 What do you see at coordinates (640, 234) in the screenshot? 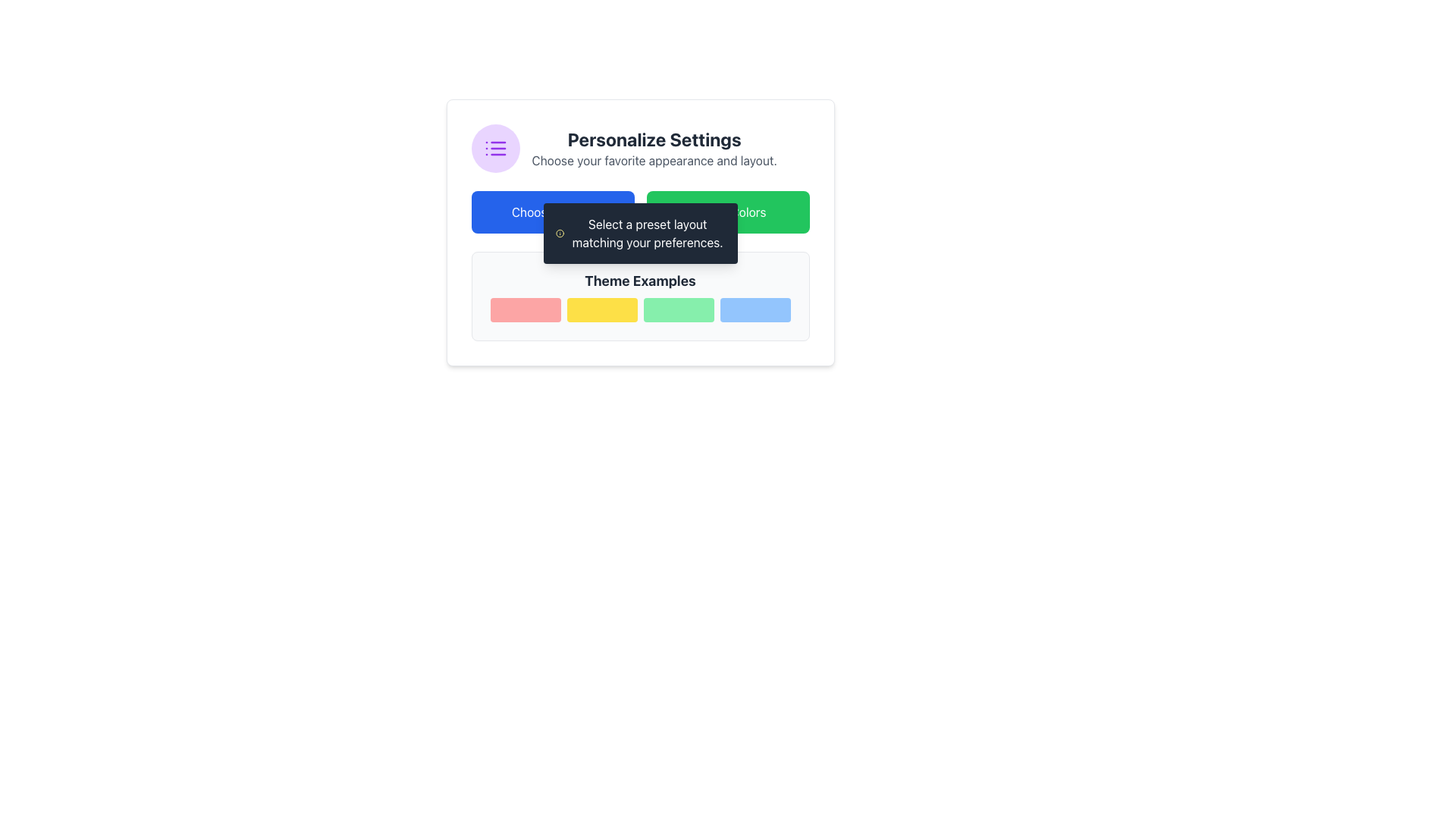
I see `the Informational Tooltip located centrally above the theme examples section, which contains guidance or context for users` at bounding box center [640, 234].